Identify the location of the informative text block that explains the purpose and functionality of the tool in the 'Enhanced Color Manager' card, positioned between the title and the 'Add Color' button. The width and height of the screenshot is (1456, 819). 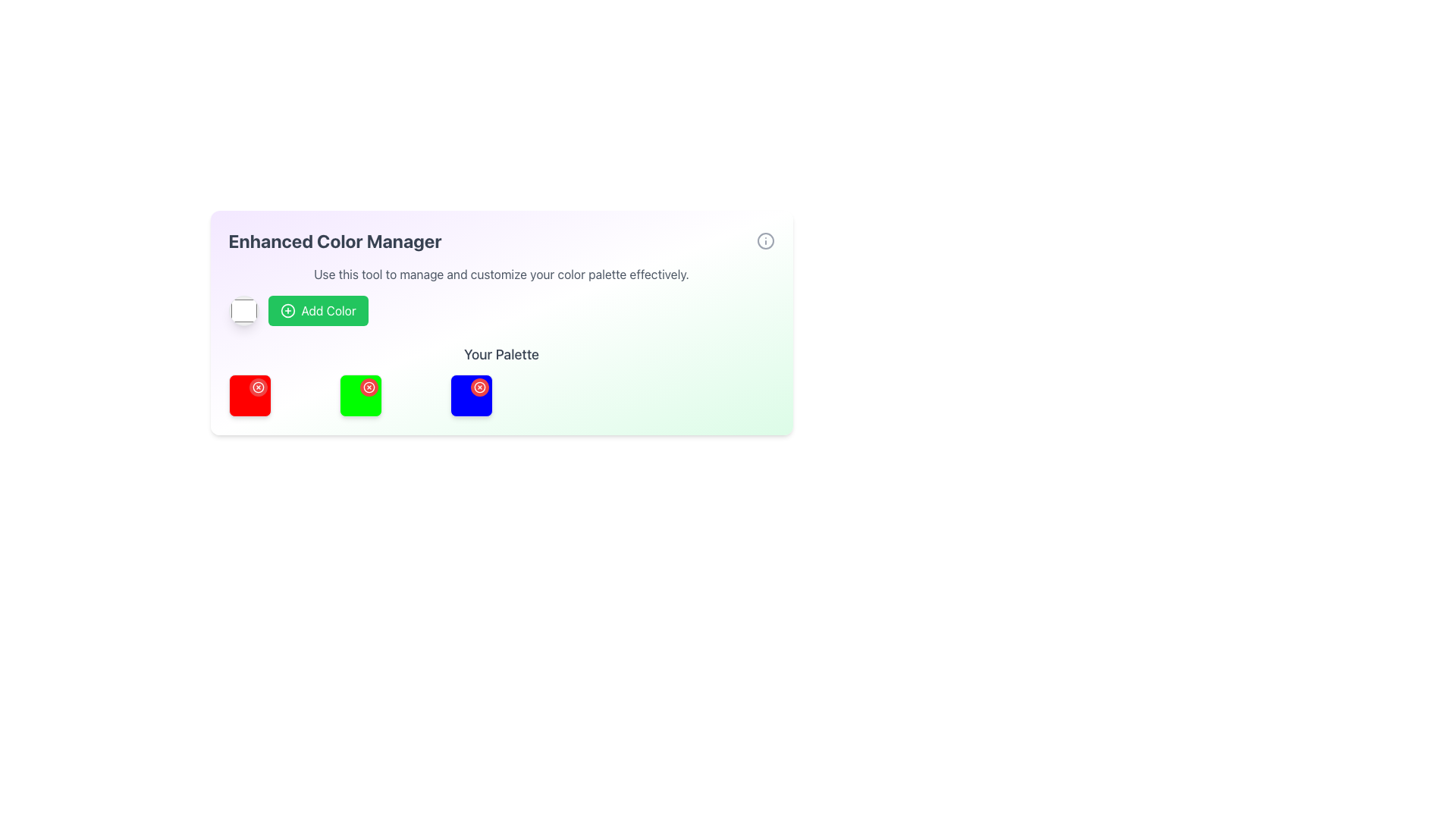
(501, 275).